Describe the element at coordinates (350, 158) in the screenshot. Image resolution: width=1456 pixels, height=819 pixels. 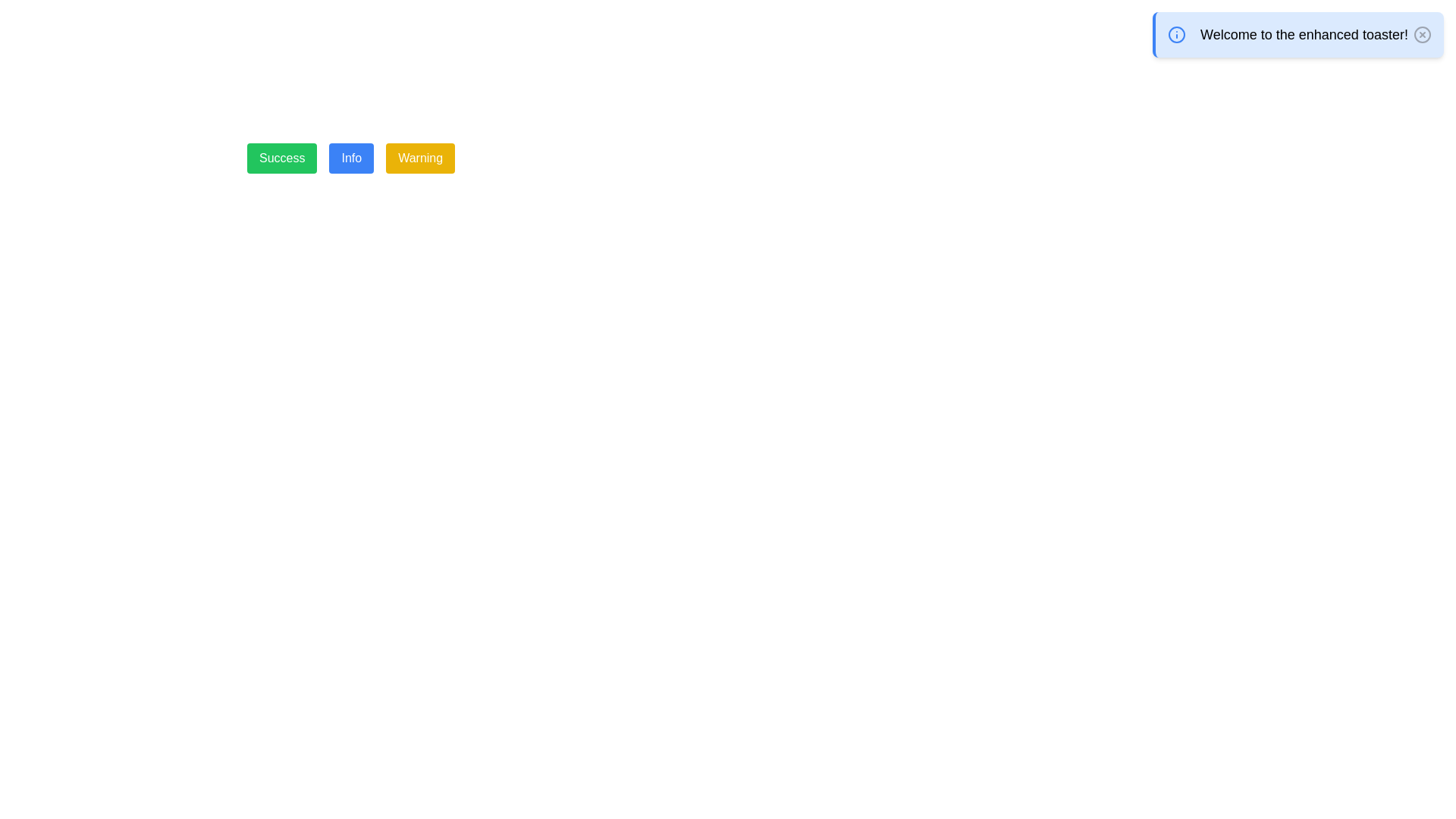
I see `the 'Info' button, which is a medium-sized button with a blue background and white text, located between the 'Success' and 'Warning' buttons` at that location.